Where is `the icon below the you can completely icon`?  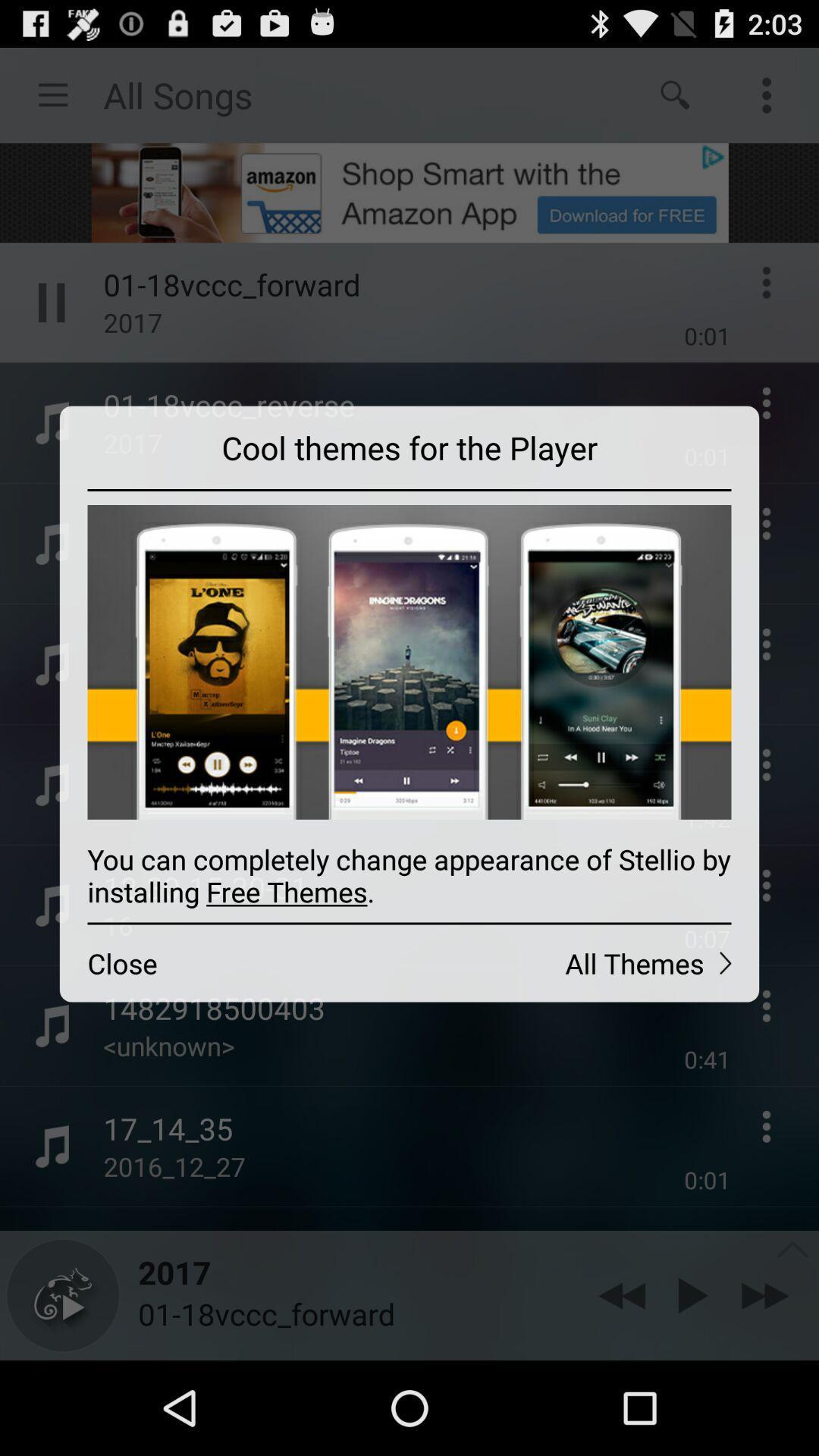 the icon below the you can completely icon is located at coordinates (234, 962).